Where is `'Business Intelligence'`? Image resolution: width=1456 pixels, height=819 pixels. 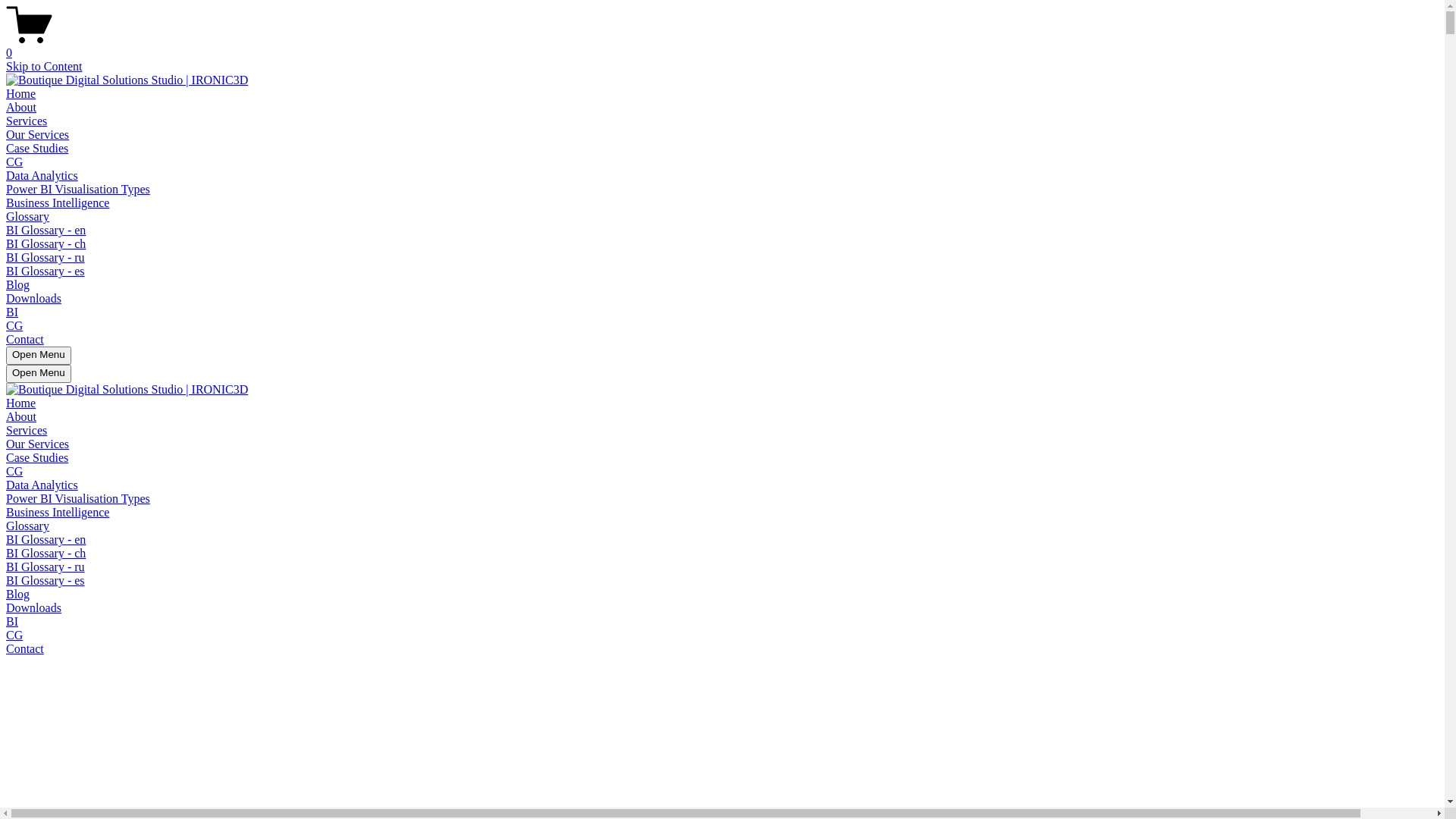 'Business Intelligence' is located at coordinates (58, 202).